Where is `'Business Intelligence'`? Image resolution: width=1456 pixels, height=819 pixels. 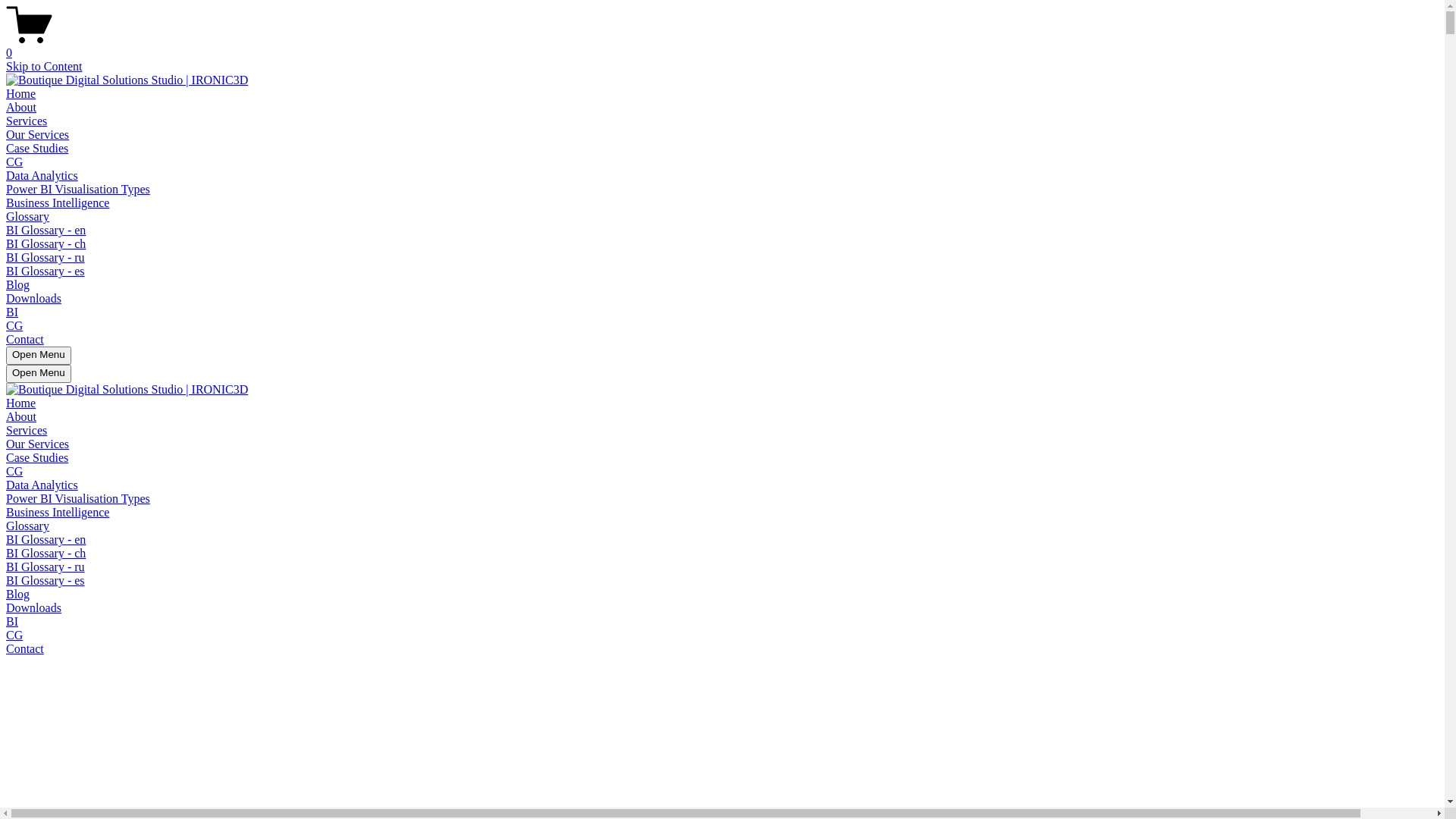 'Business Intelligence' is located at coordinates (58, 202).